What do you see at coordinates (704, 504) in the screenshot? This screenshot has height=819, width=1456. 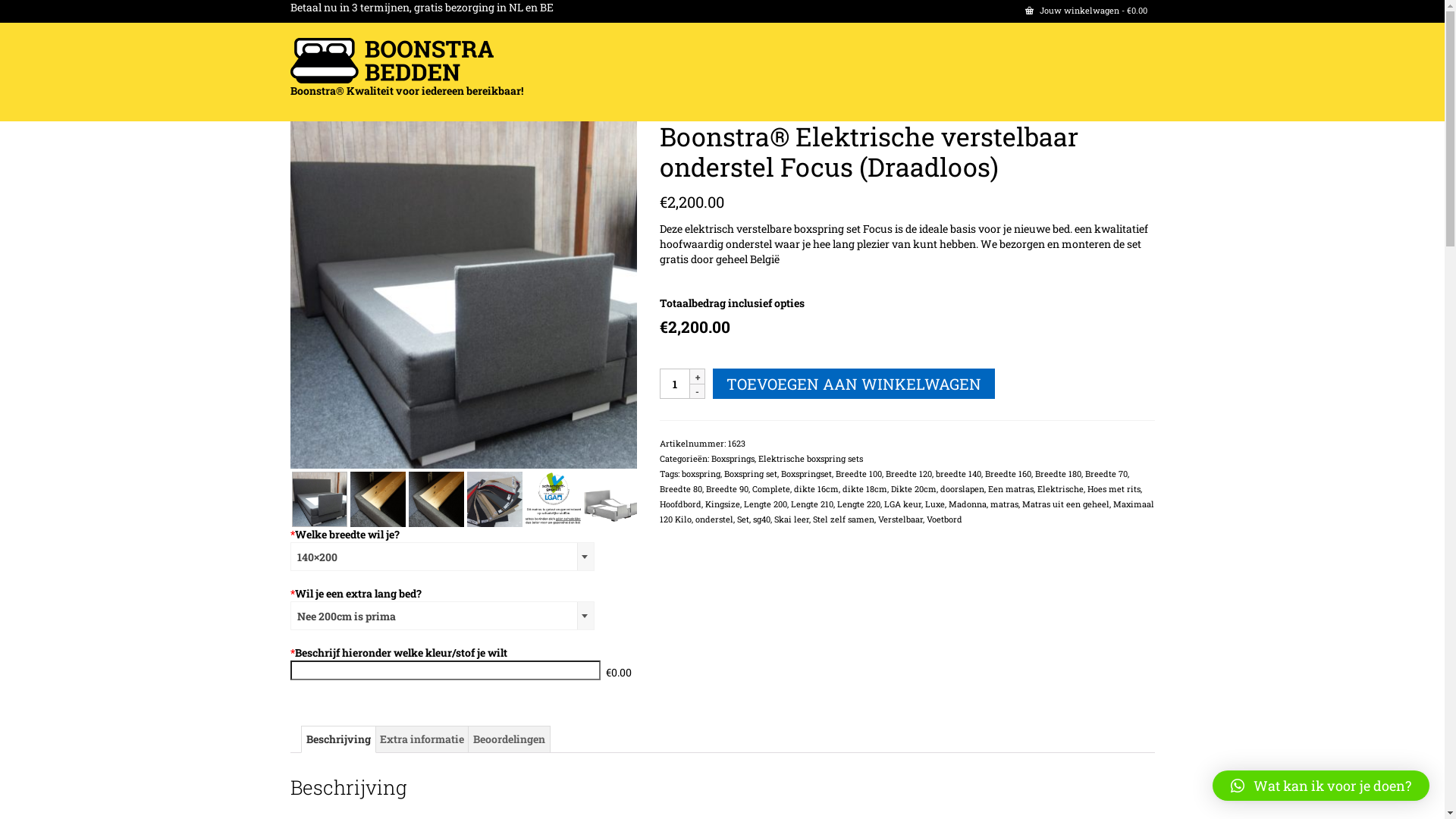 I see `'Kingsize'` at bounding box center [704, 504].